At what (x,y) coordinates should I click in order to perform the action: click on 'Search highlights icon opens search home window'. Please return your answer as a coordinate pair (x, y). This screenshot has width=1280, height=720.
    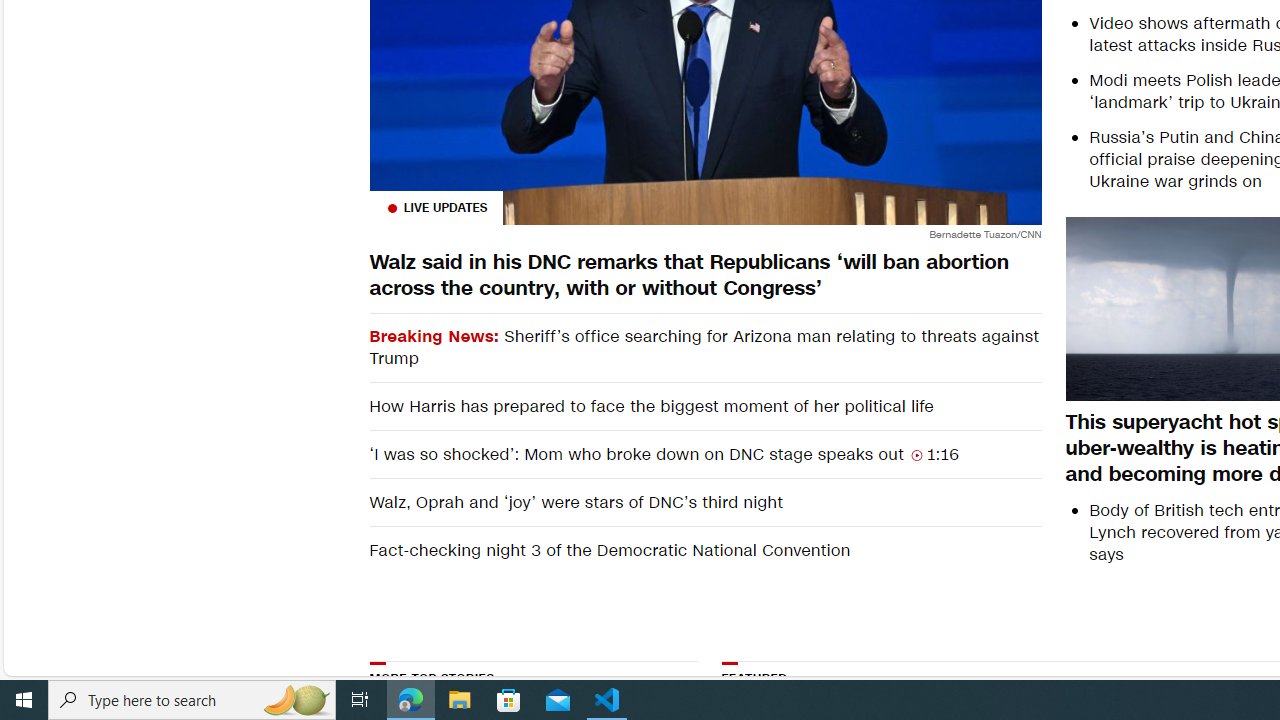
    Looking at the image, I should click on (294, 698).